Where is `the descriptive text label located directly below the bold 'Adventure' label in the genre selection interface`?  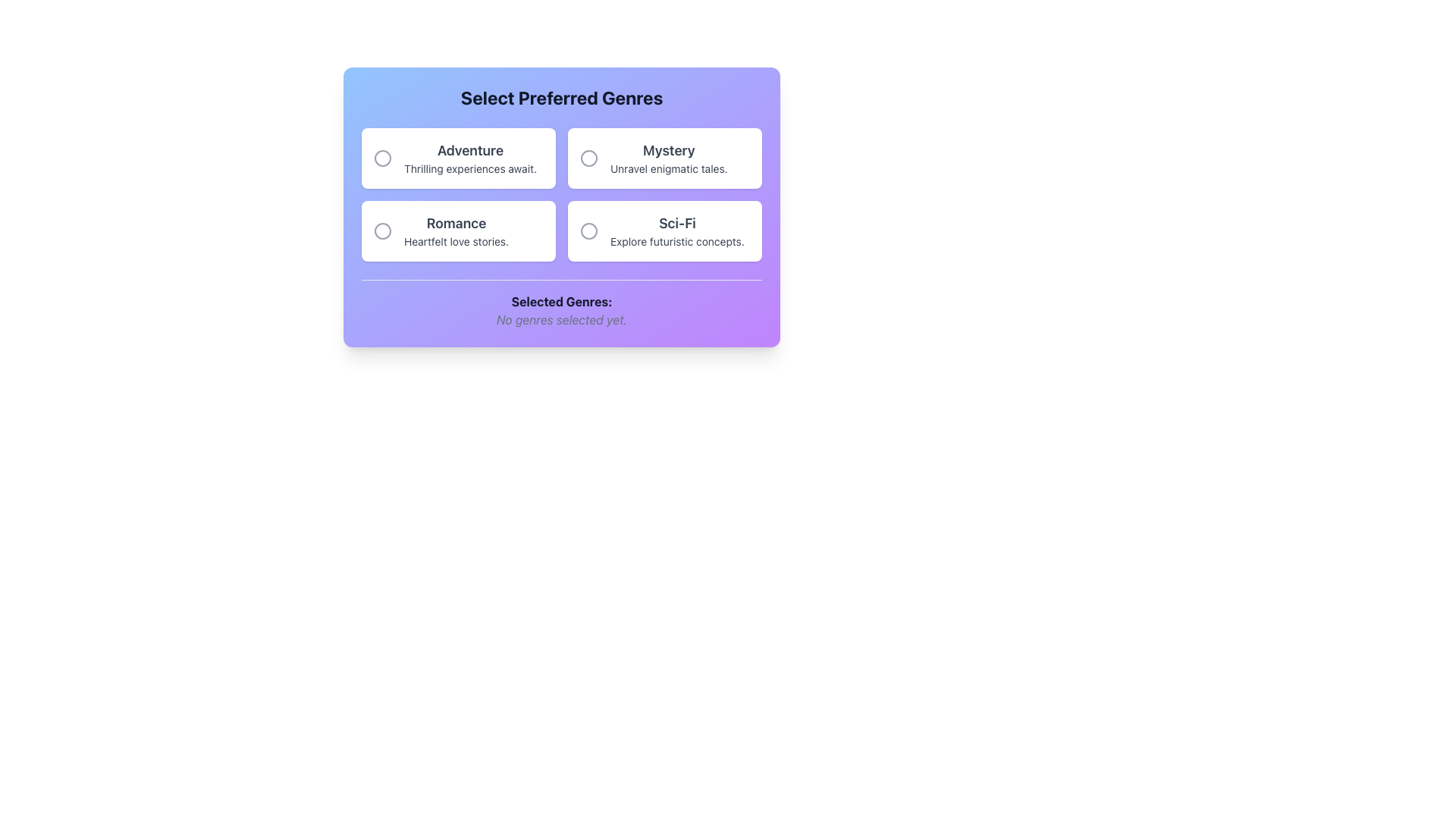
the descriptive text label located directly below the bold 'Adventure' label in the genre selection interface is located at coordinates (469, 169).